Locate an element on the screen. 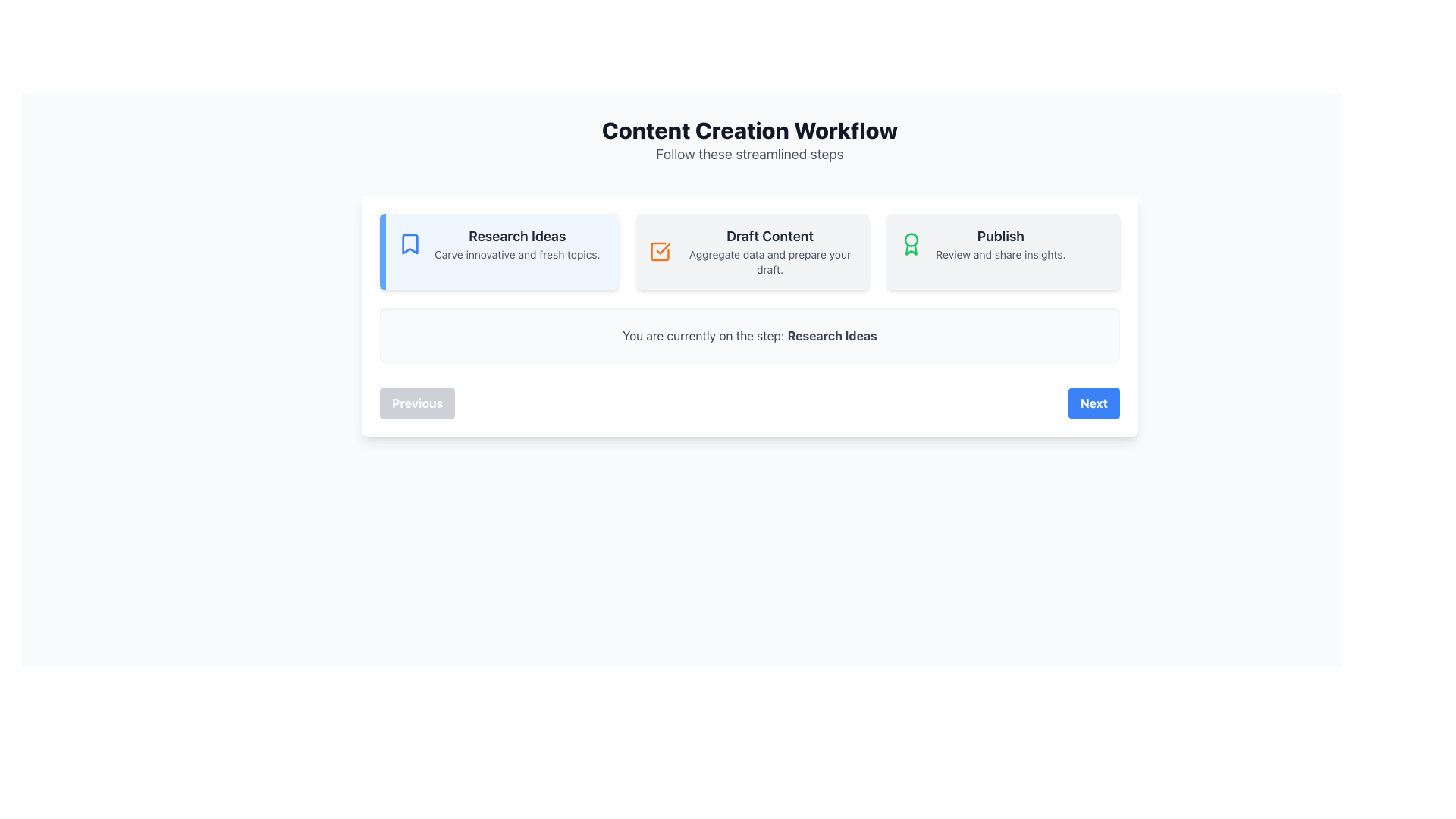 The width and height of the screenshot is (1456, 819). the informational text that provides additional descriptive information about the 'Publish' step in the content creation workflow, located centrally below the 'Publish' heading and a green ribbon icon is located at coordinates (1001, 253).